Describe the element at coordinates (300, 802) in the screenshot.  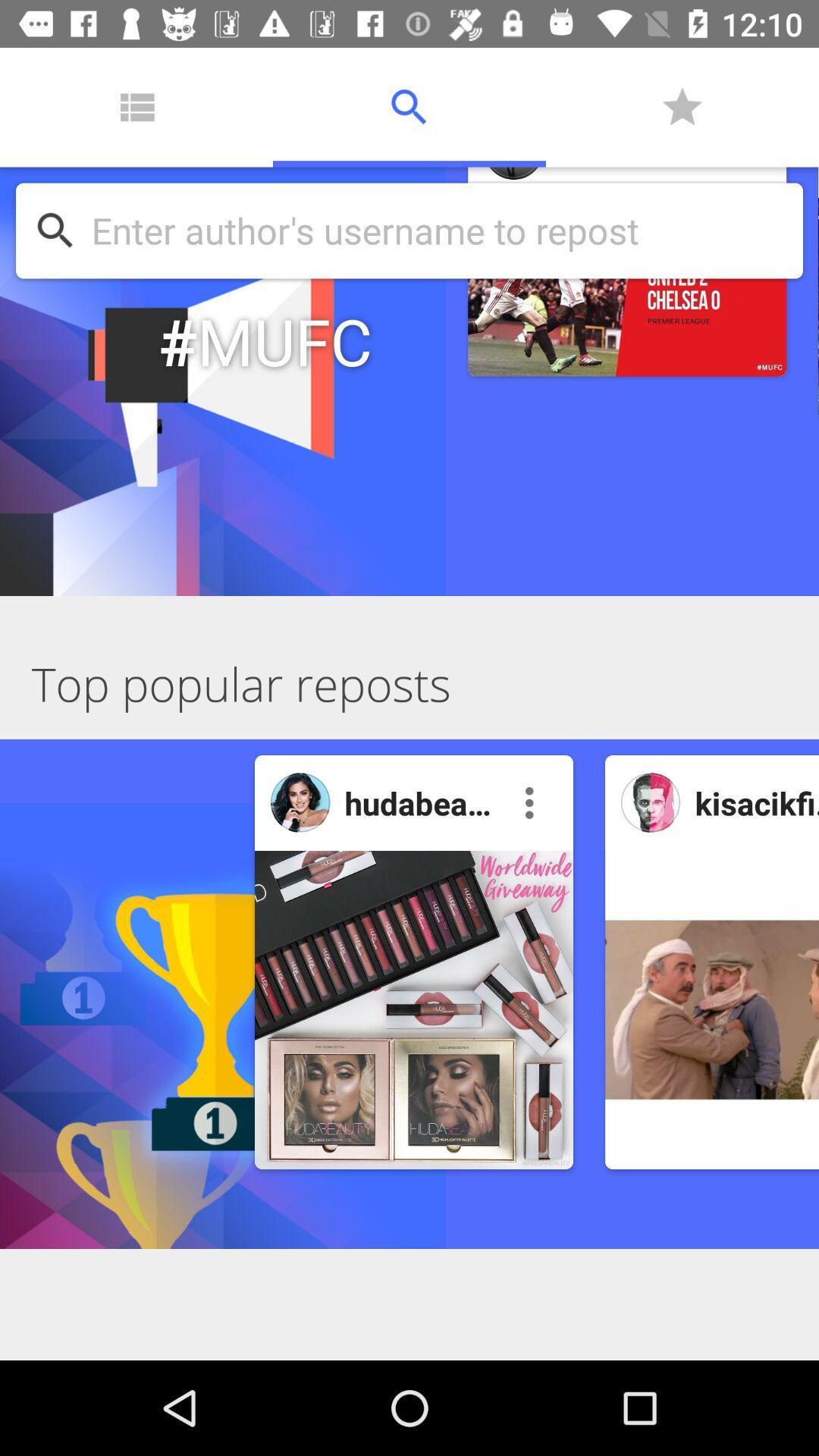
I see `profie image` at that location.